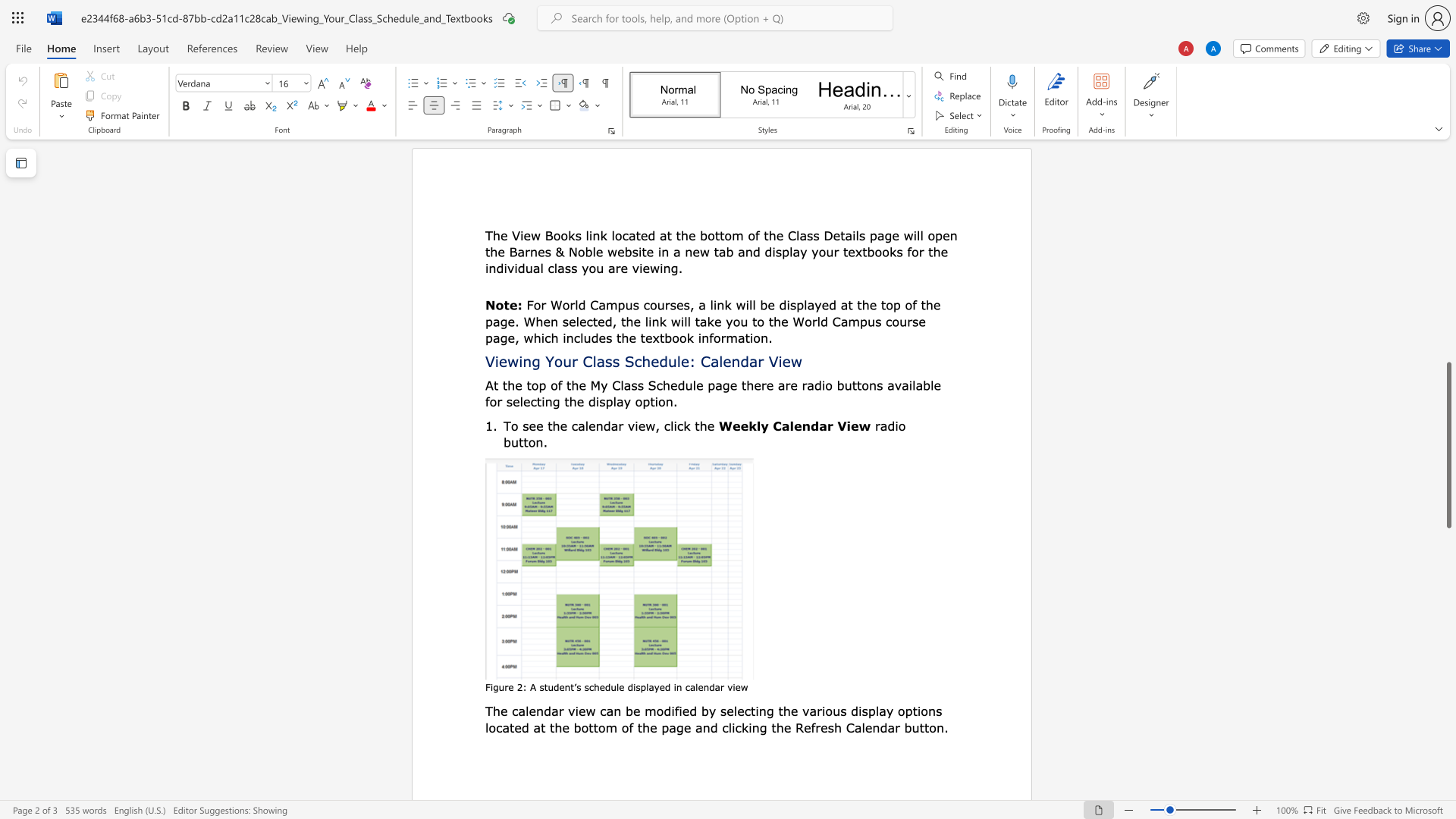  What do you see at coordinates (1448, 318) in the screenshot?
I see `the scrollbar to move the view up` at bounding box center [1448, 318].